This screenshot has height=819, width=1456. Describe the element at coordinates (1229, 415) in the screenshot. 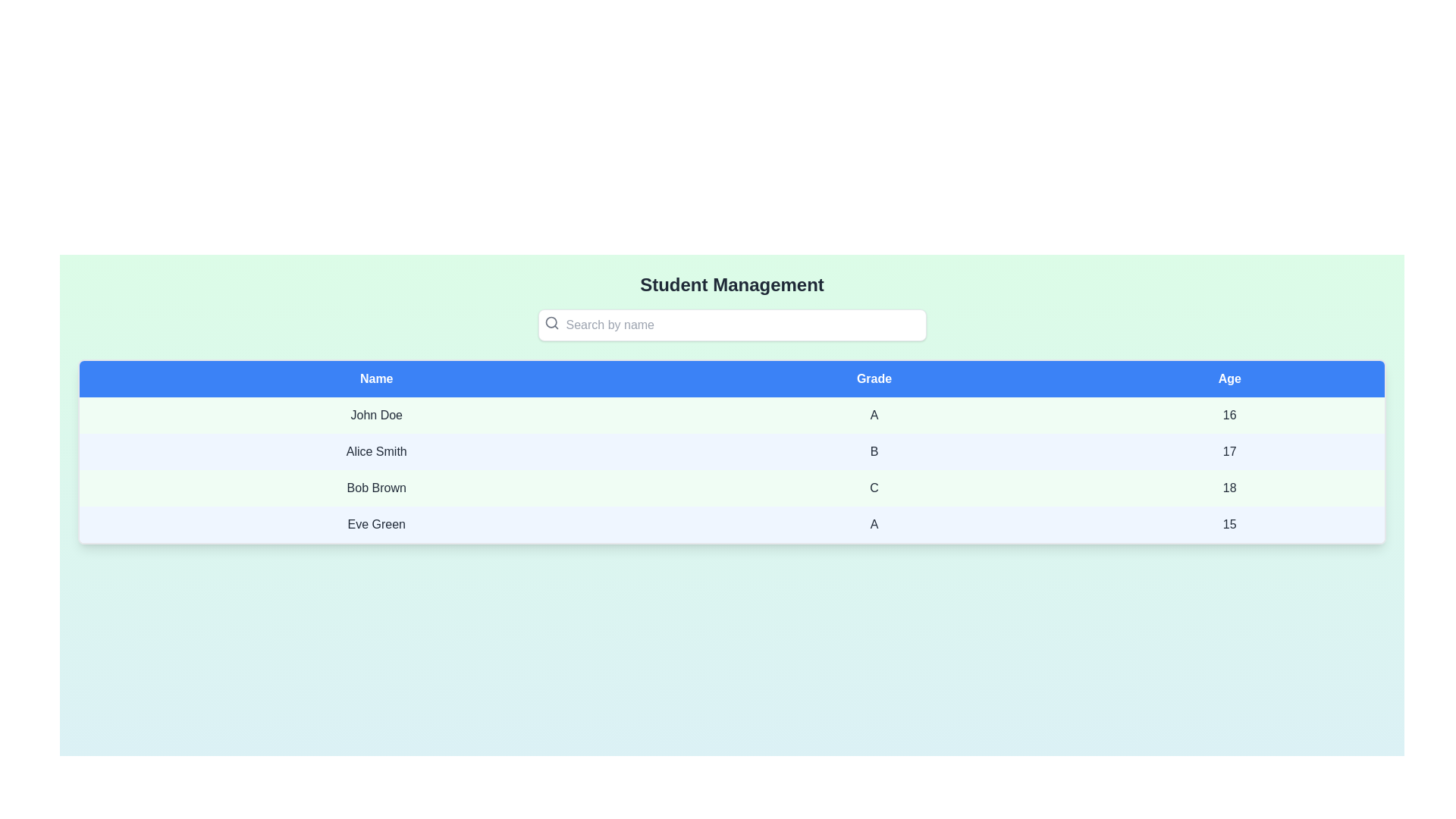

I see `the table cell content displaying the age of the individual` at that location.